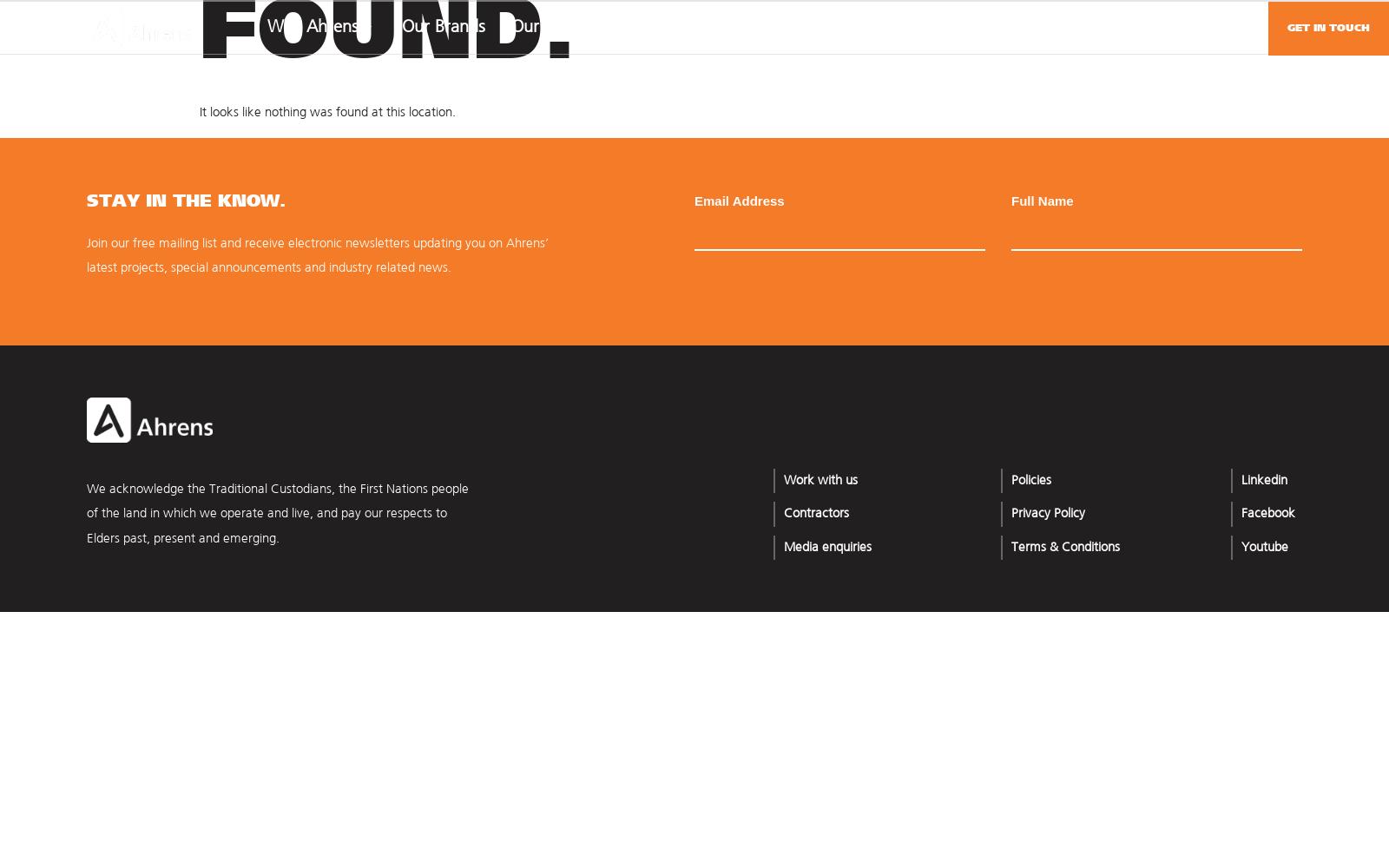  Describe the element at coordinates (1030, 480) in the screenshot. I see `'Policies'` at that location.